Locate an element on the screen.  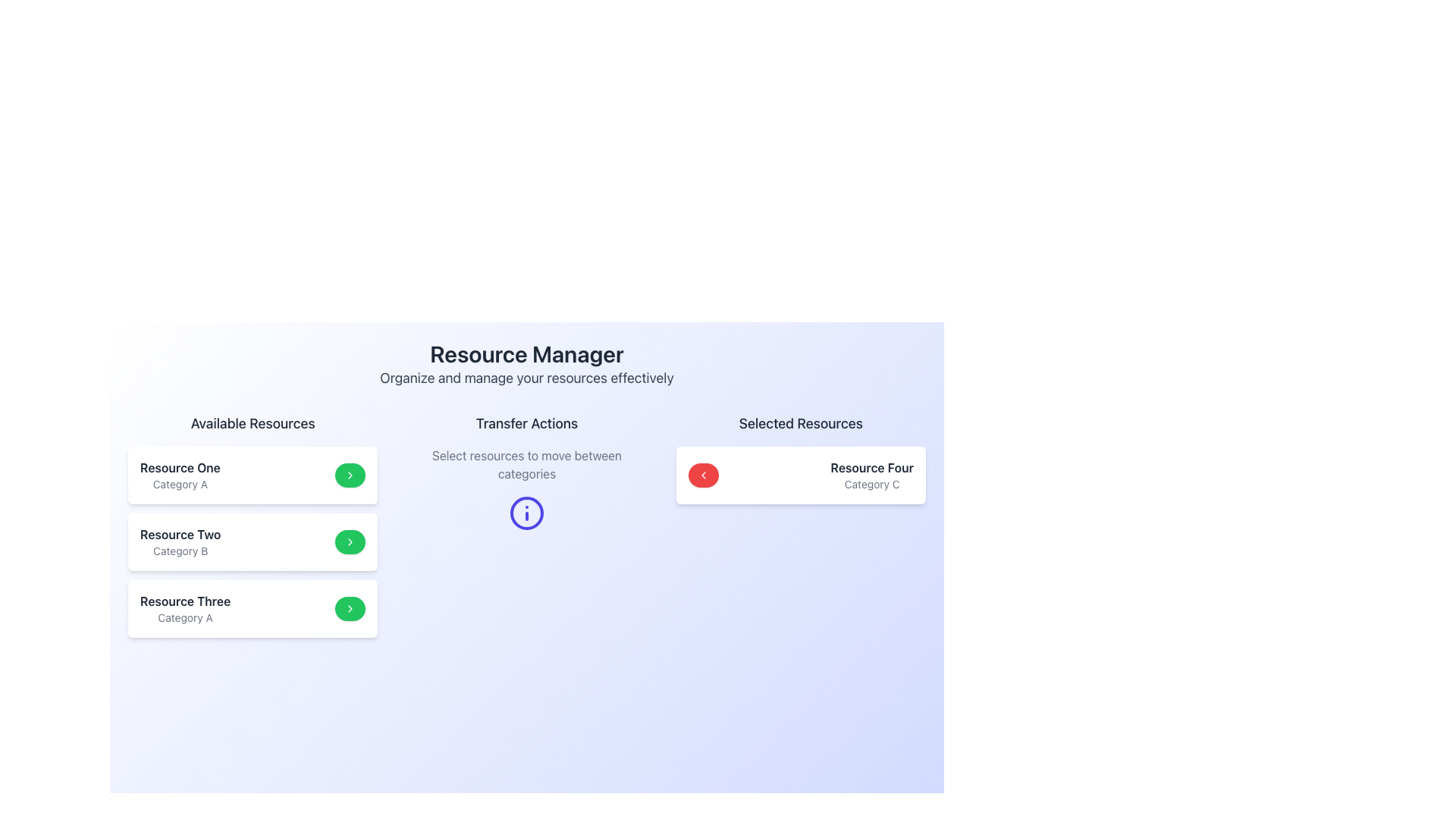
the Text label that serves as a heading for resource management functionality, located at the top of the header section of the interface is located at coordinates (527, 353).